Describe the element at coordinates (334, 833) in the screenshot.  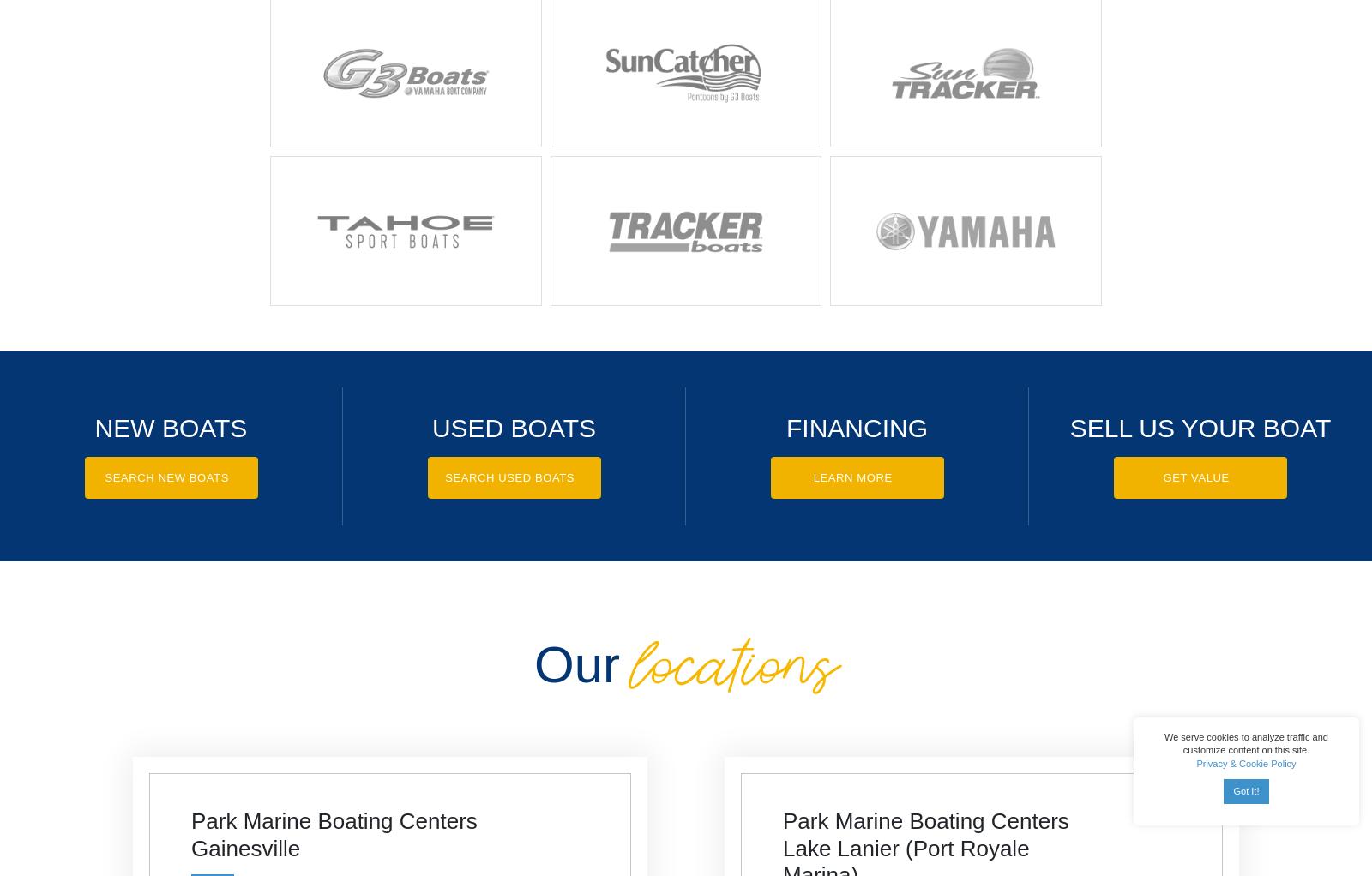
I see `'Park Marine Boating Centers Gainesville'` at that location.